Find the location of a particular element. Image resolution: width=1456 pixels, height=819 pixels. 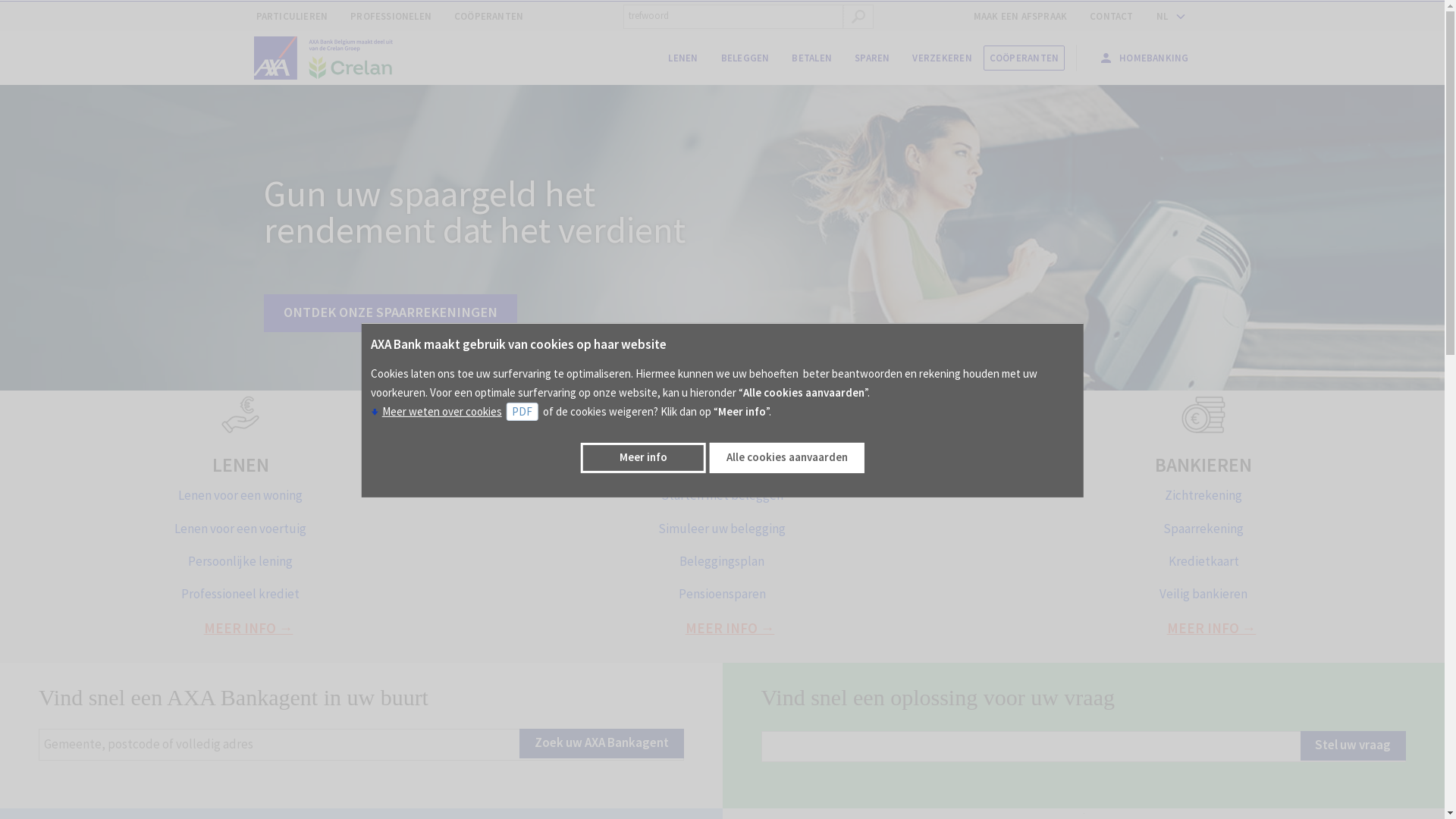

'SPAREN' is located at coordinates (872, 58).